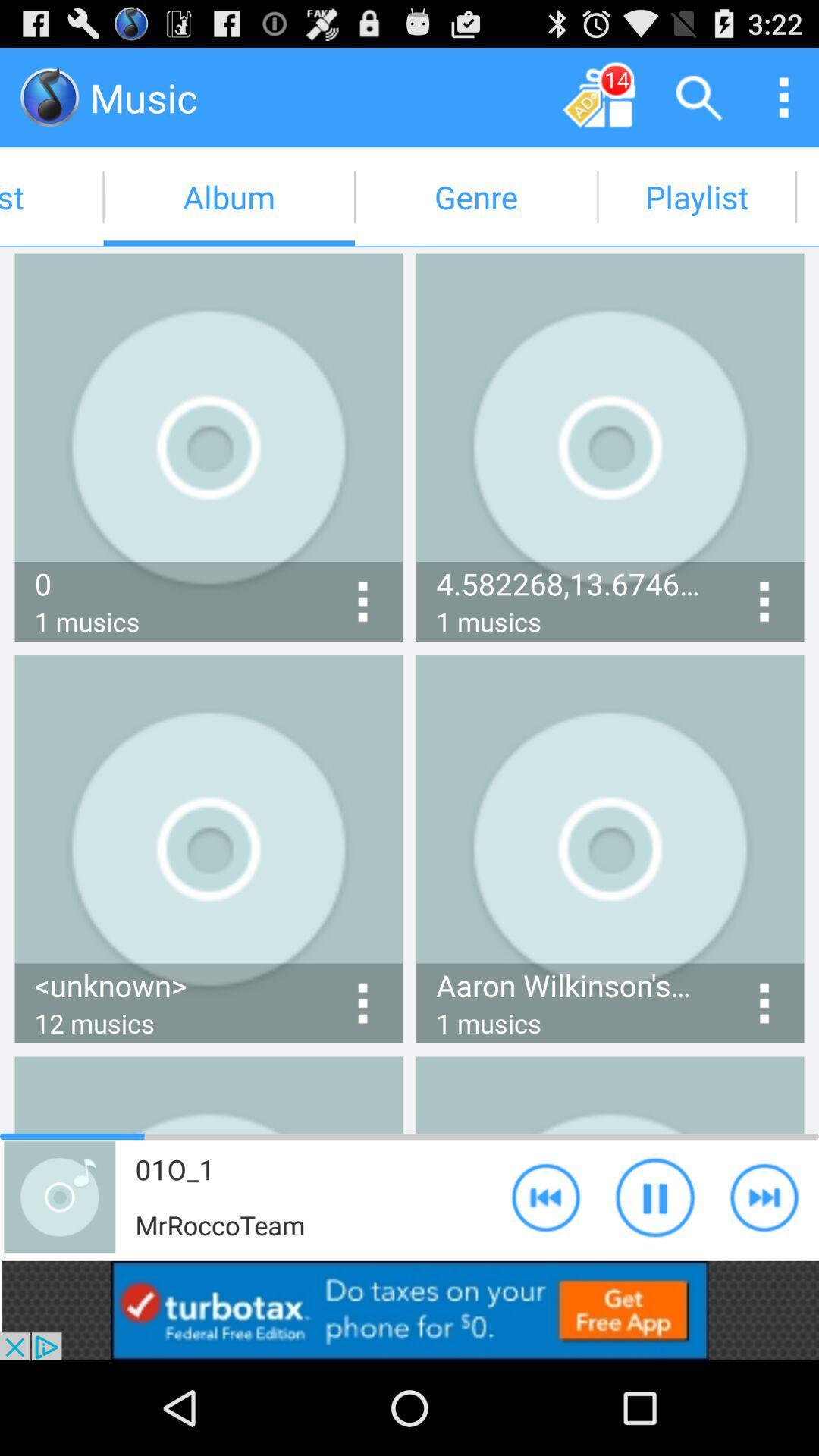 Image resolution: width=819 pixels, height=1456 pixels. I want to click on search, so click(699, 96).